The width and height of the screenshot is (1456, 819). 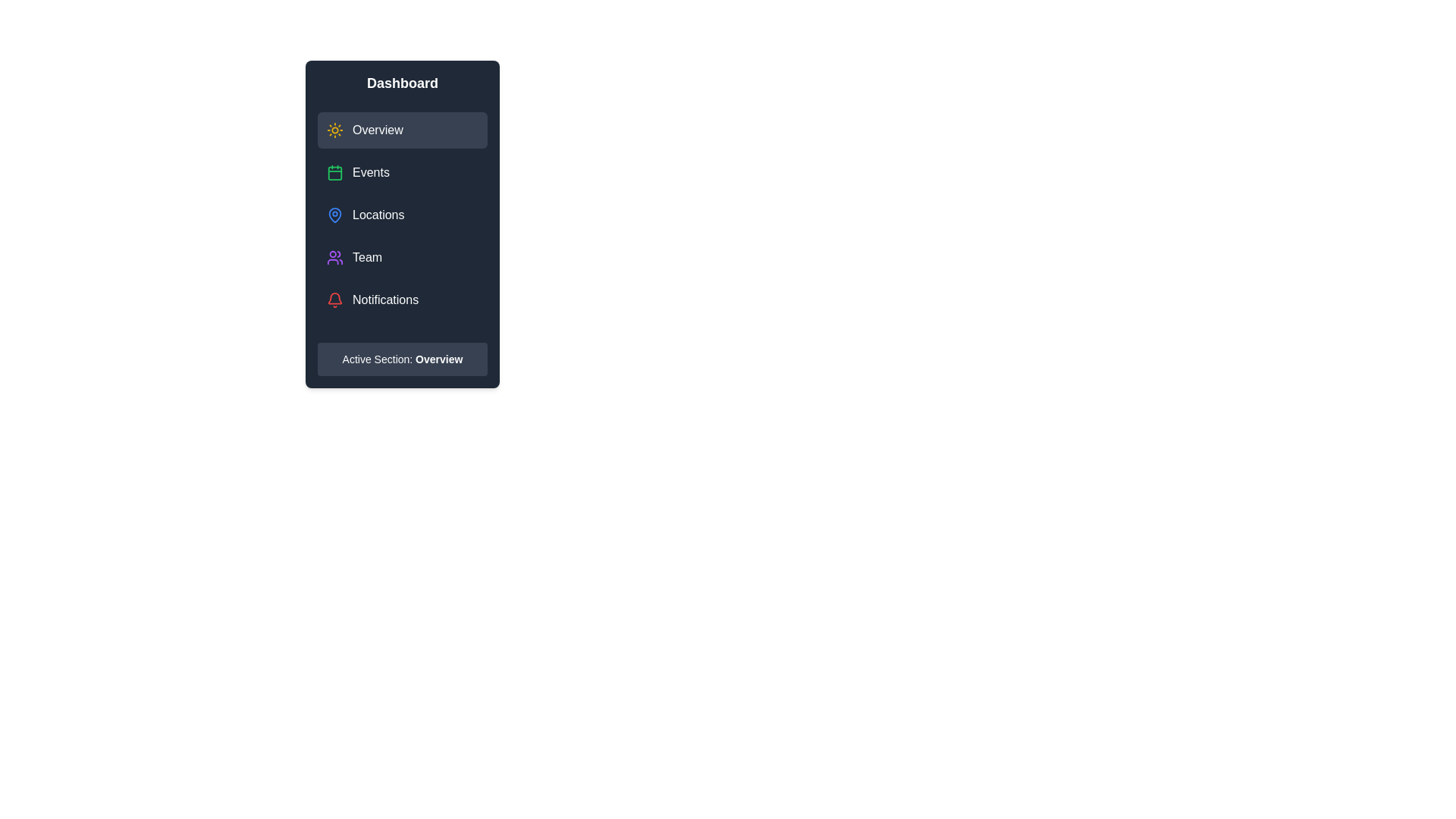 I want to click on the menu item Team to navigate to the corresponding section, so click(x=403, y=256).